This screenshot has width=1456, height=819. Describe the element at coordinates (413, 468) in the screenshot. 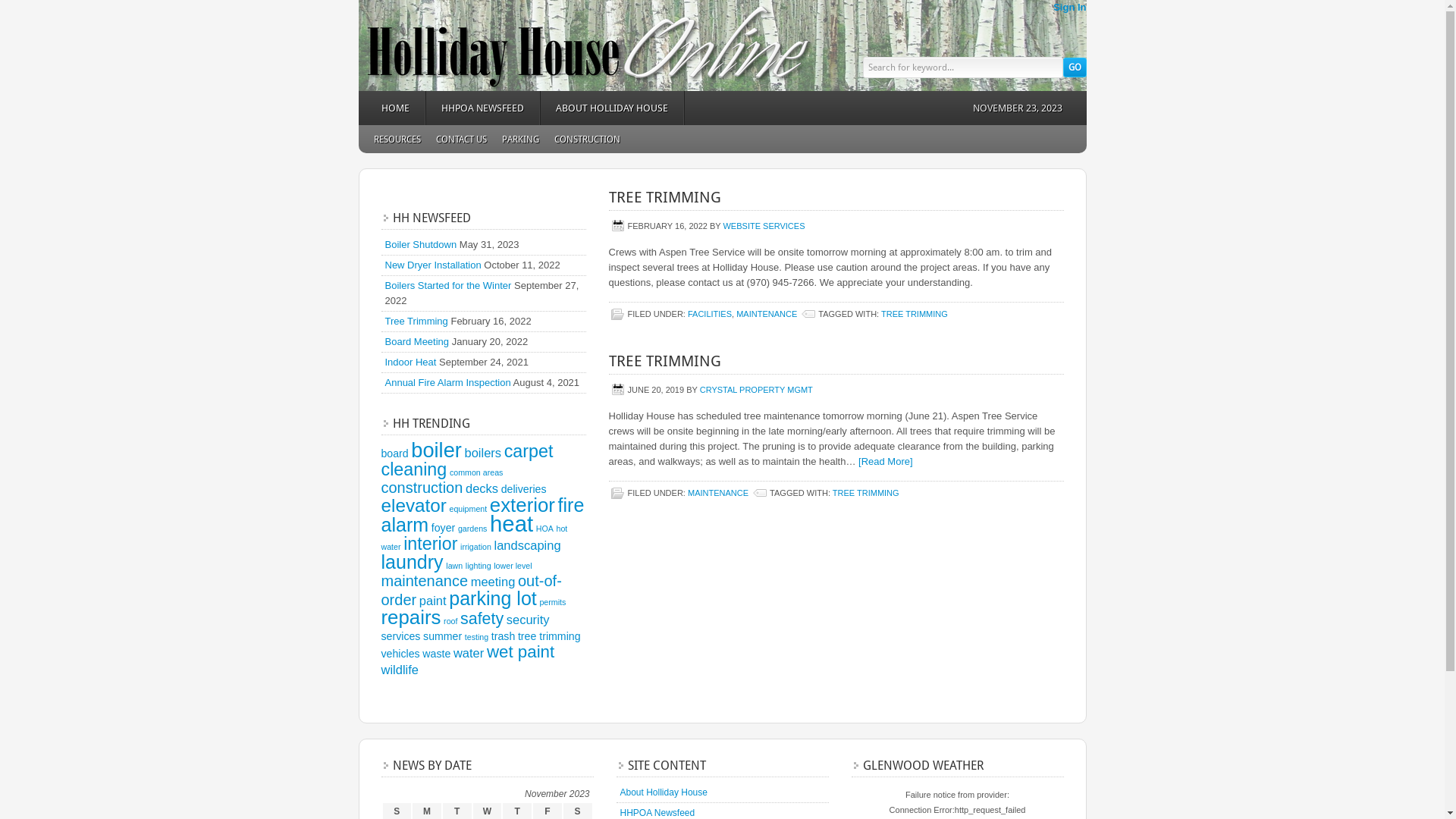

I see `'cleaning'` at that location.